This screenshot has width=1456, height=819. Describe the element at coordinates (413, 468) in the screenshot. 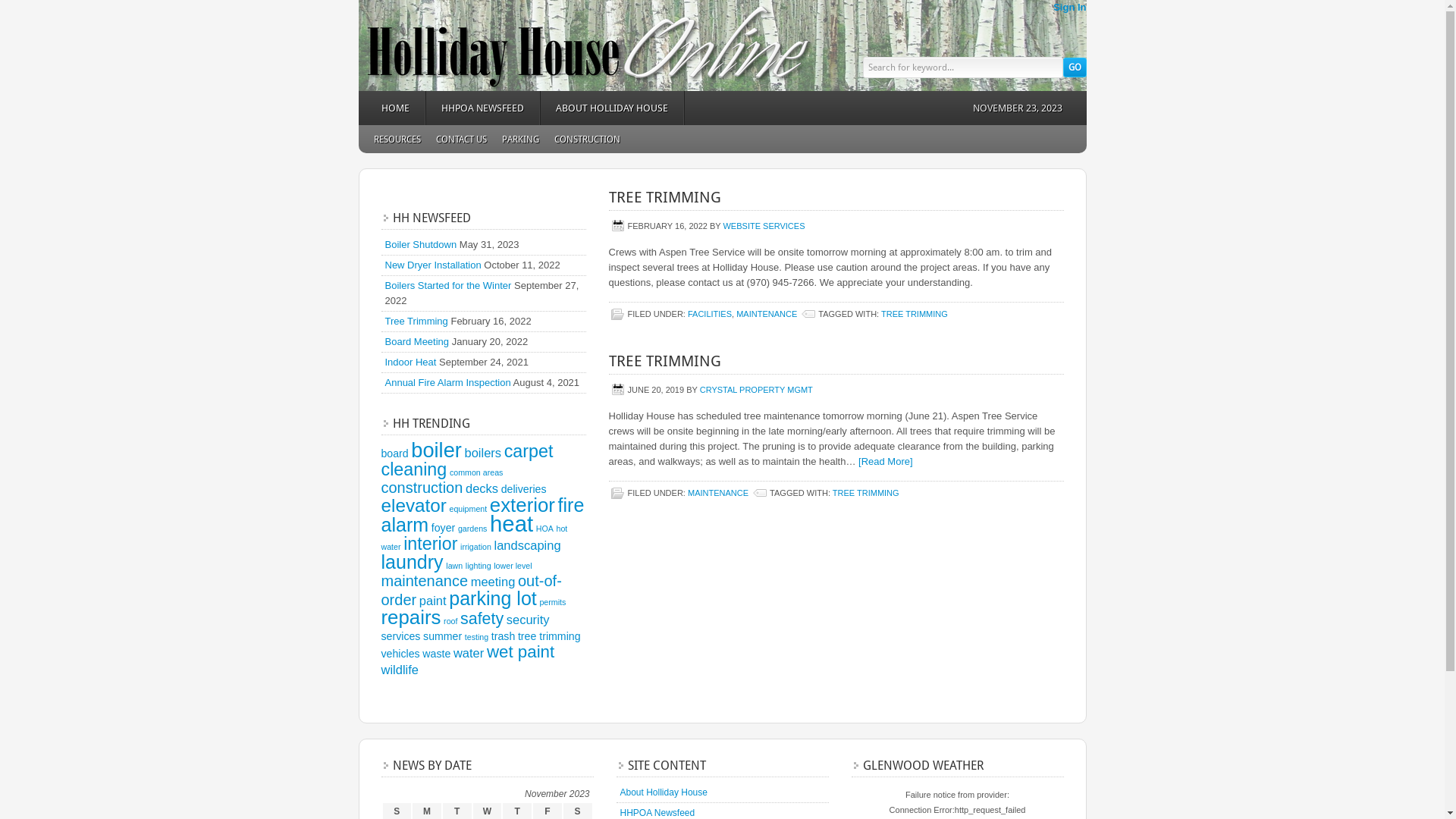

I see `'cleaning'` at that location.